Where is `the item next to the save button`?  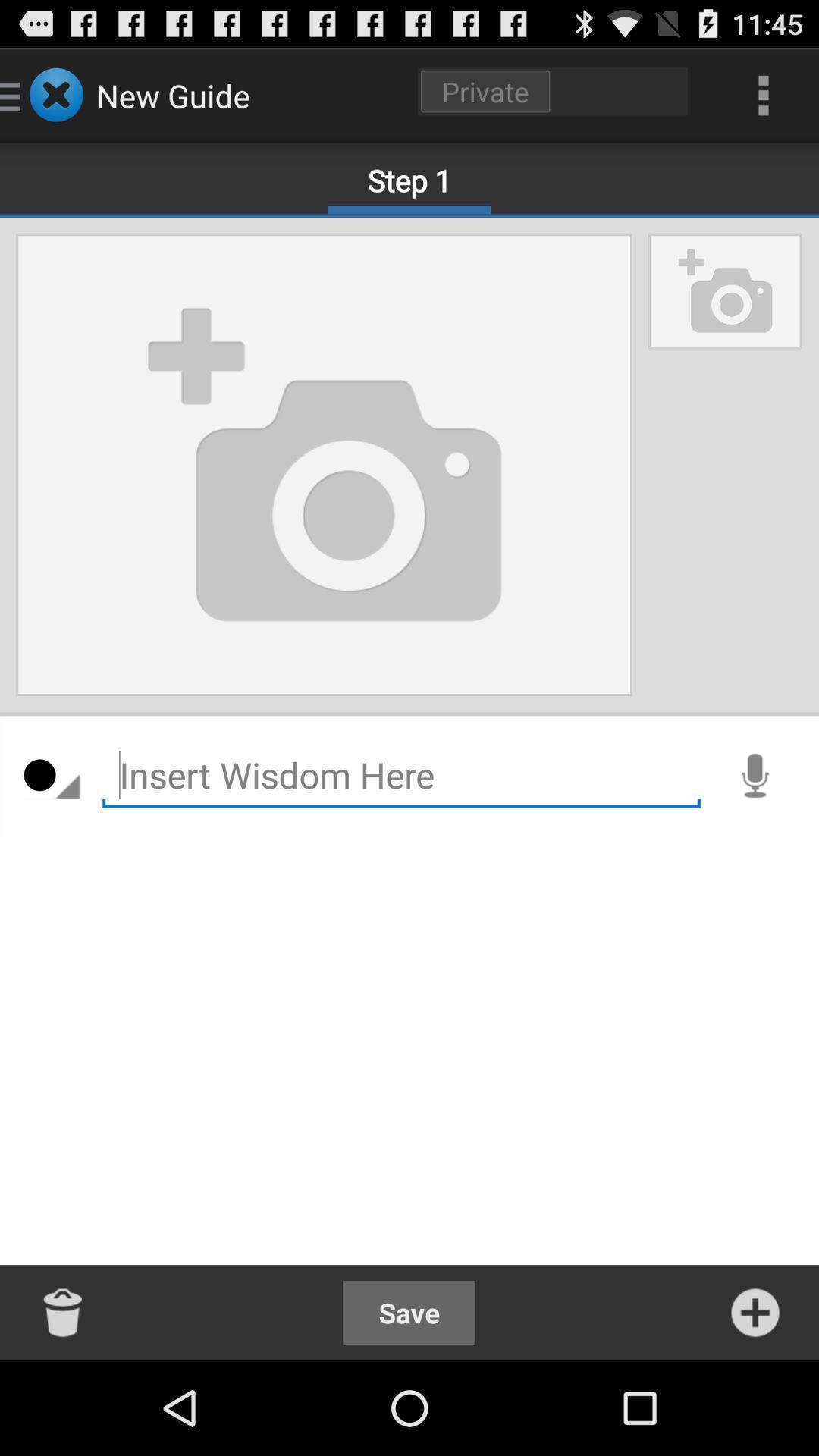
the item next to the save button is located at coordinates (755, 1312).